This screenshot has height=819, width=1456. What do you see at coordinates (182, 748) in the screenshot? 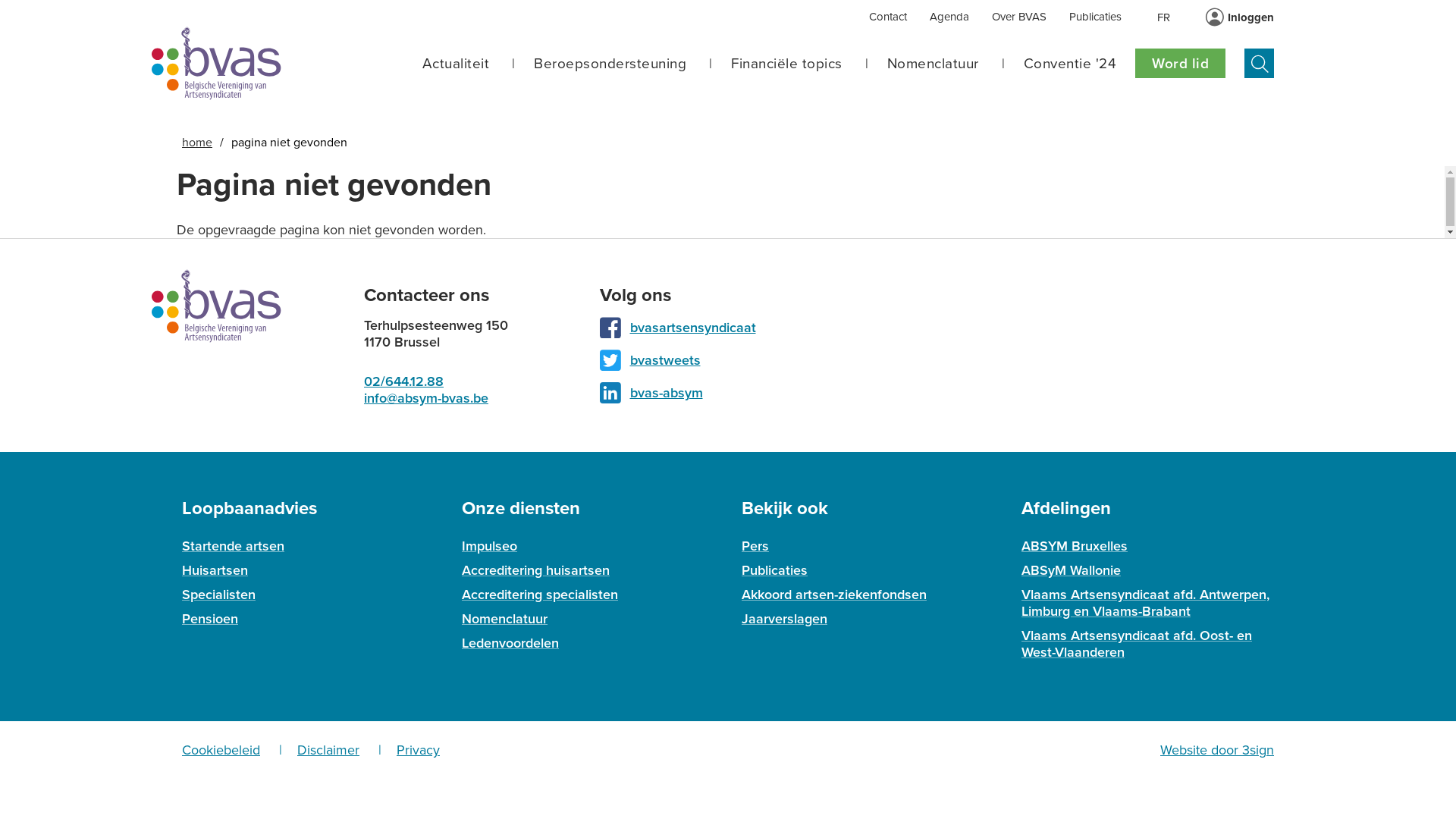
I see `'Cookiebeleid'` at bounding box center [182, 748].